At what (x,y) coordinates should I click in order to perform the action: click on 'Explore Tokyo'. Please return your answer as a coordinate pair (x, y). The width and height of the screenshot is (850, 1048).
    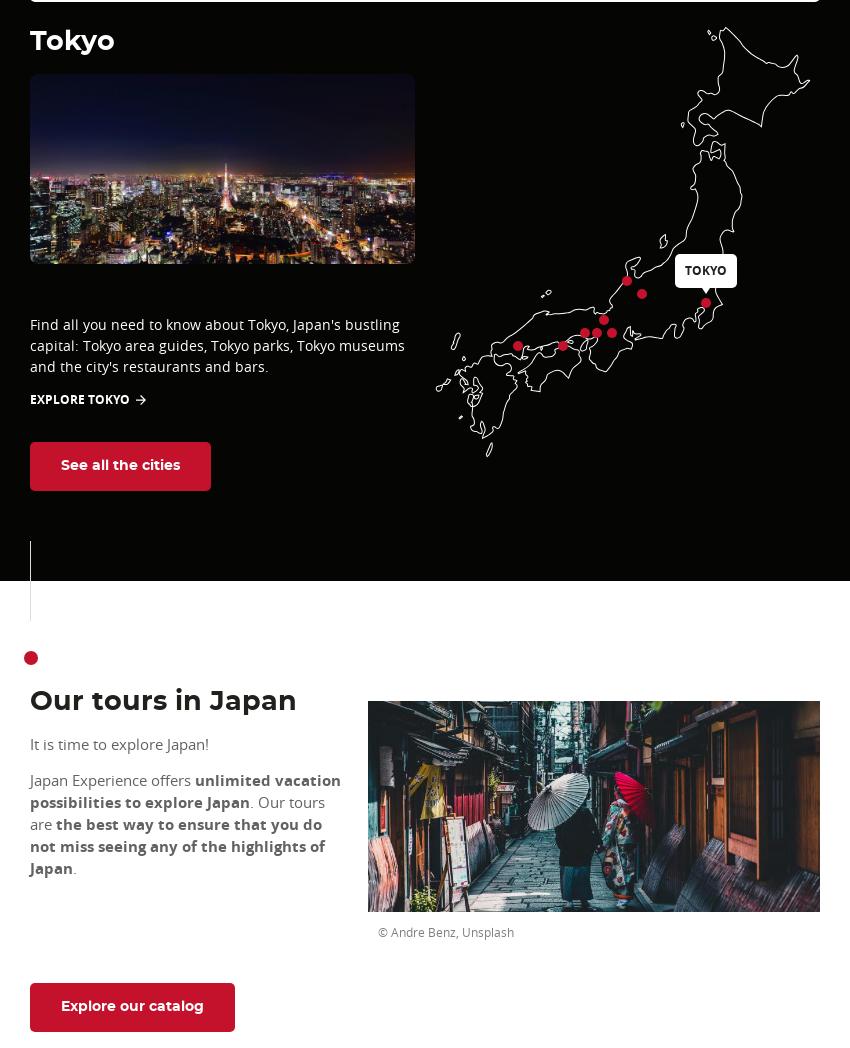
    Looking at the image, I should click on (79, 399).